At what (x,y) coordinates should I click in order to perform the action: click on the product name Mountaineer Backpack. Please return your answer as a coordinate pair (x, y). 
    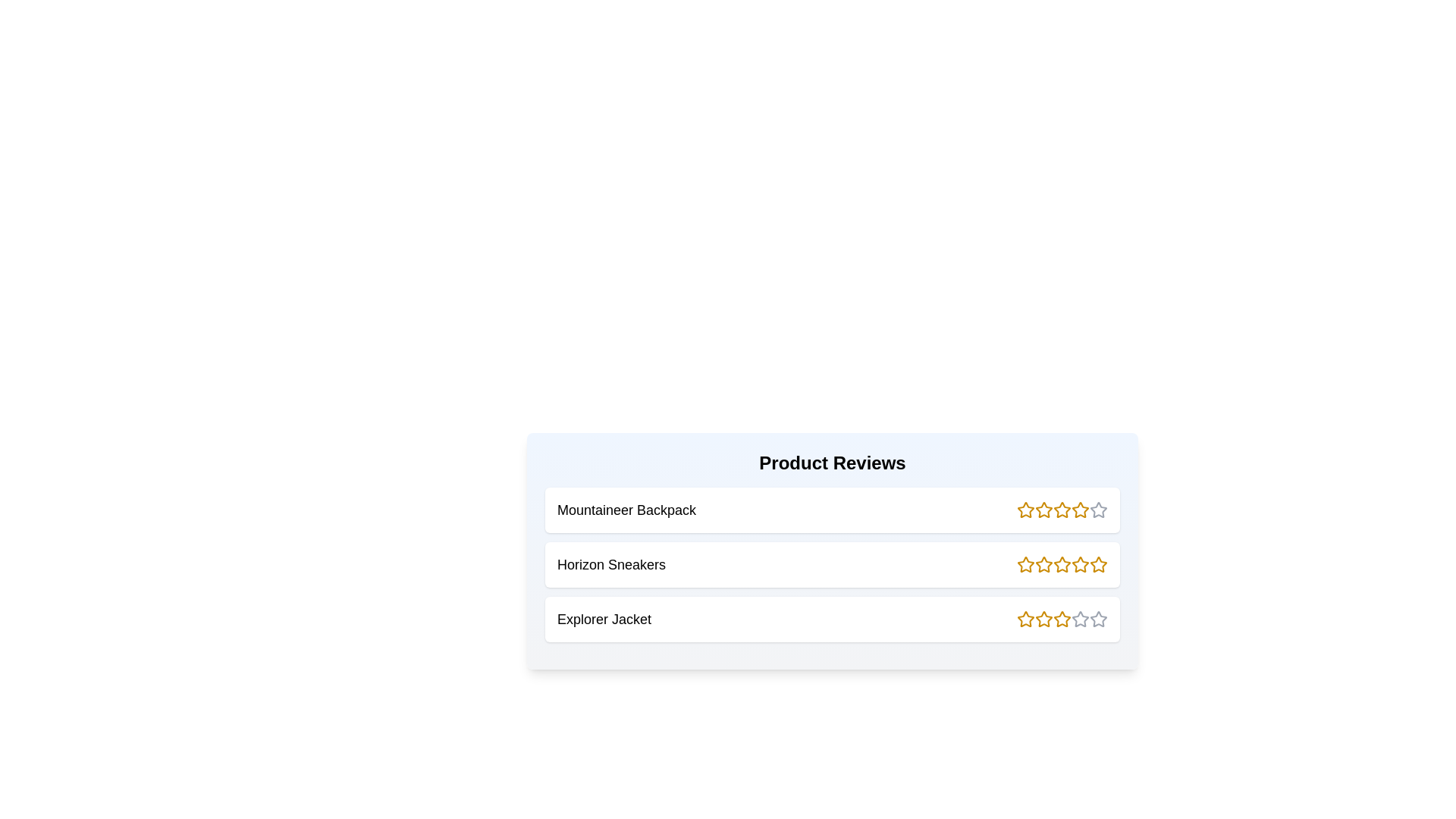
    Looking at the image, I should click on (626, 510).